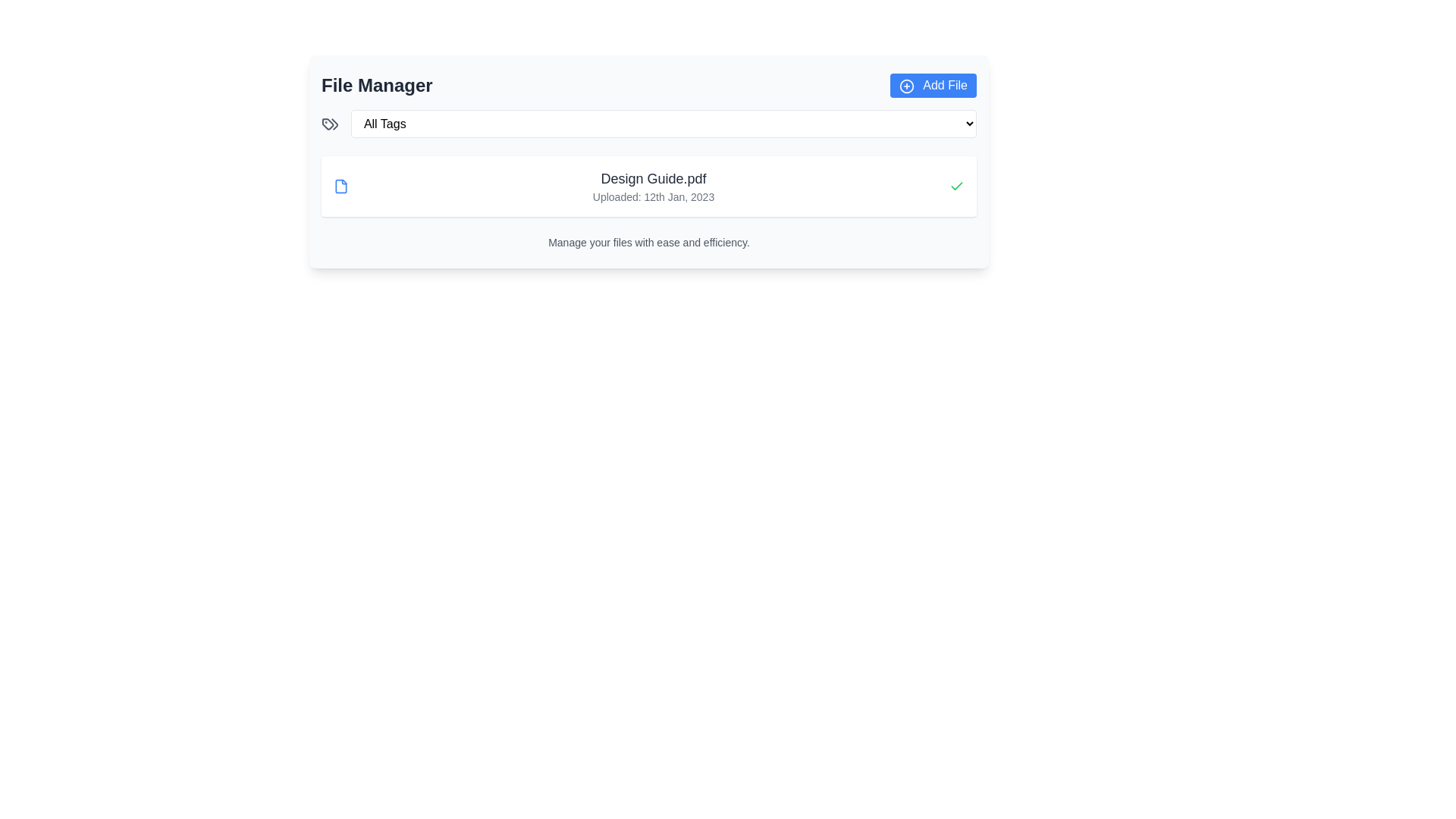 The width and height of the screenshot is (1456, 819). What do you see at coordinates (377, 85) in the screenshot?
I see `the prominent text label indicating 'File Manager', located at the top-left corner of the content area` at bounding box center [377, 85].